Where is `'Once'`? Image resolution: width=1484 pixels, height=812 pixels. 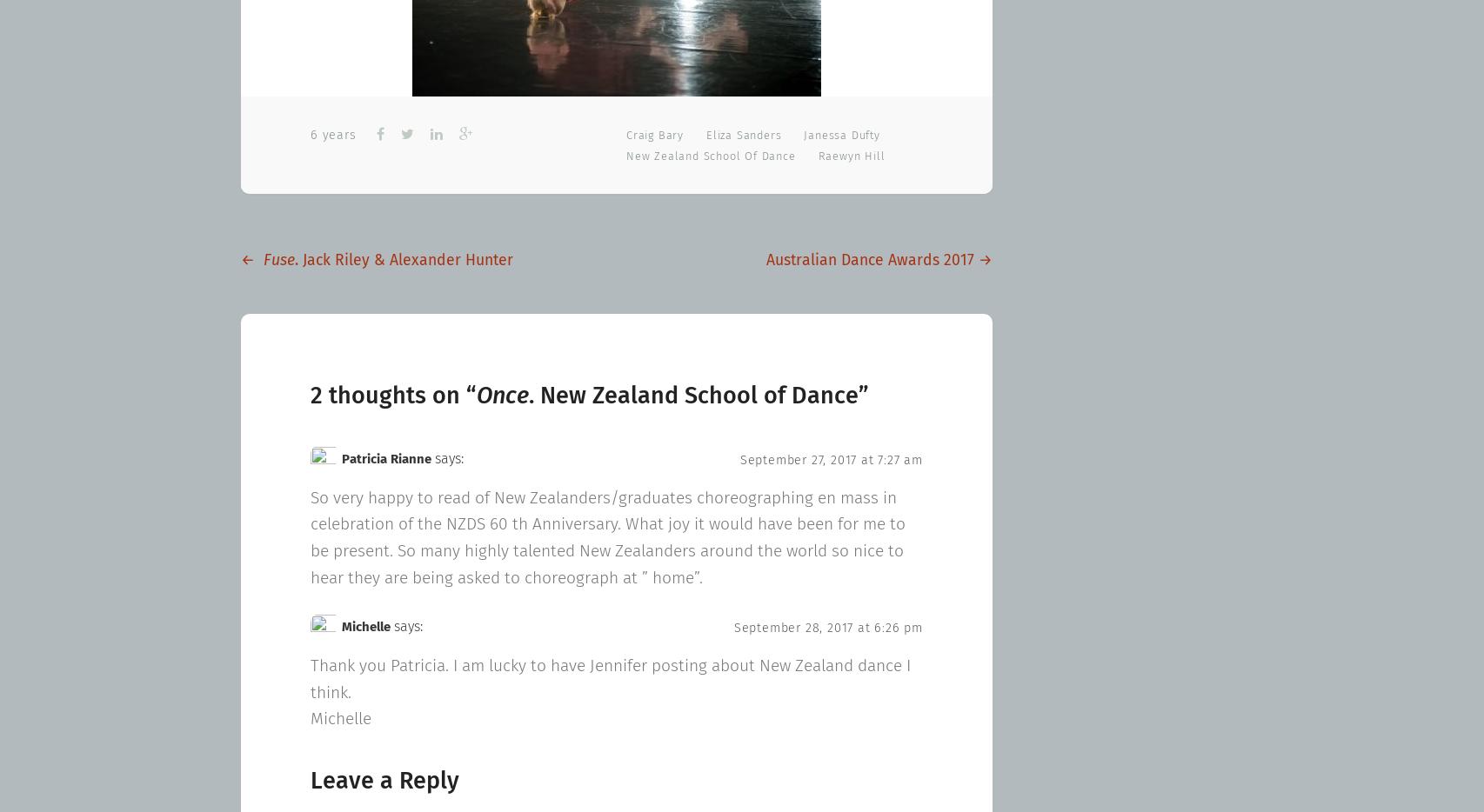 'Once' is located at coordinates (501, 396).